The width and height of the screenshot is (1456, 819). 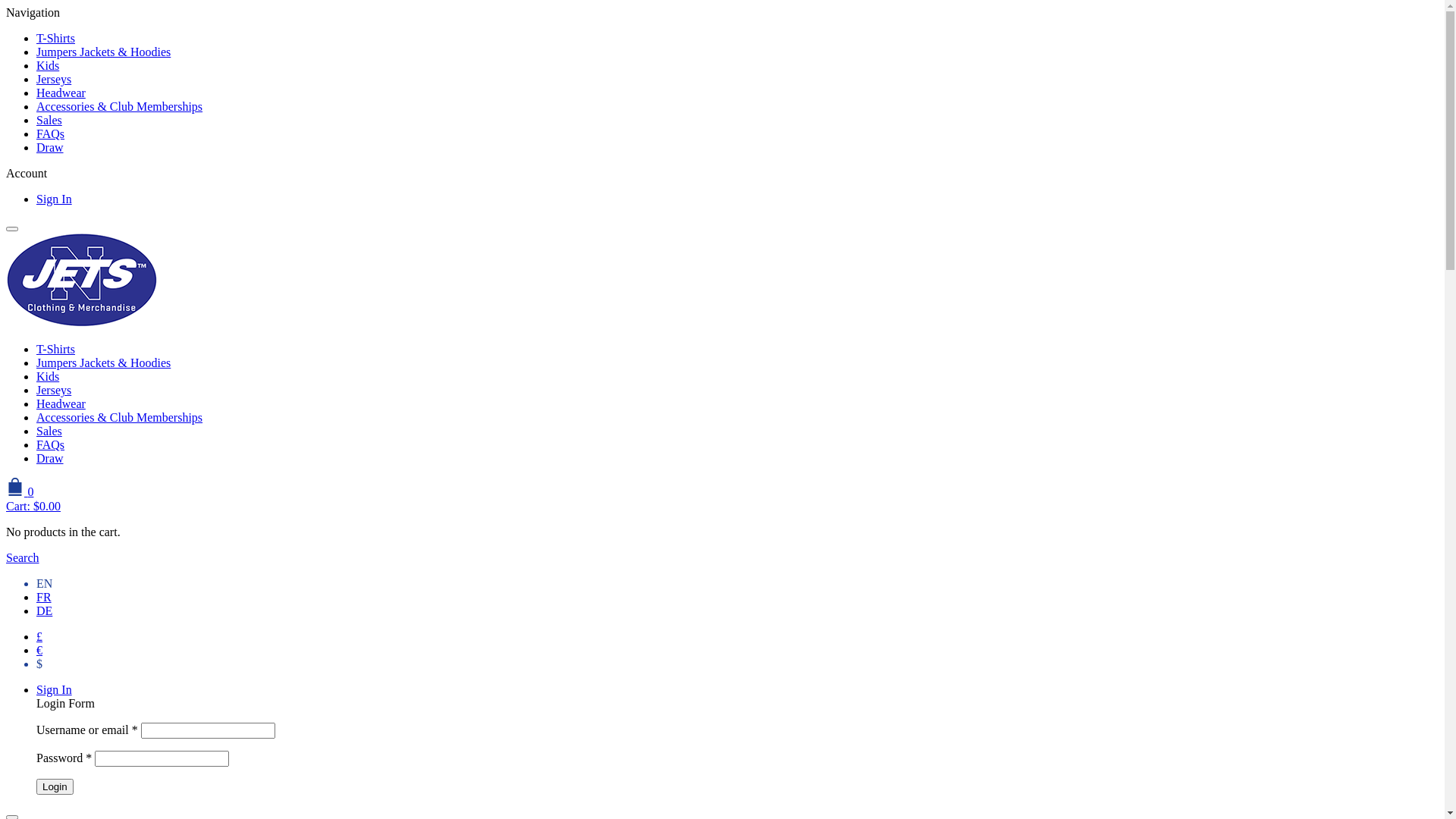 What do you see at coordinates (50, 457) in the screenshot?
I see `'Draw'` at bounding box center [50, 457].